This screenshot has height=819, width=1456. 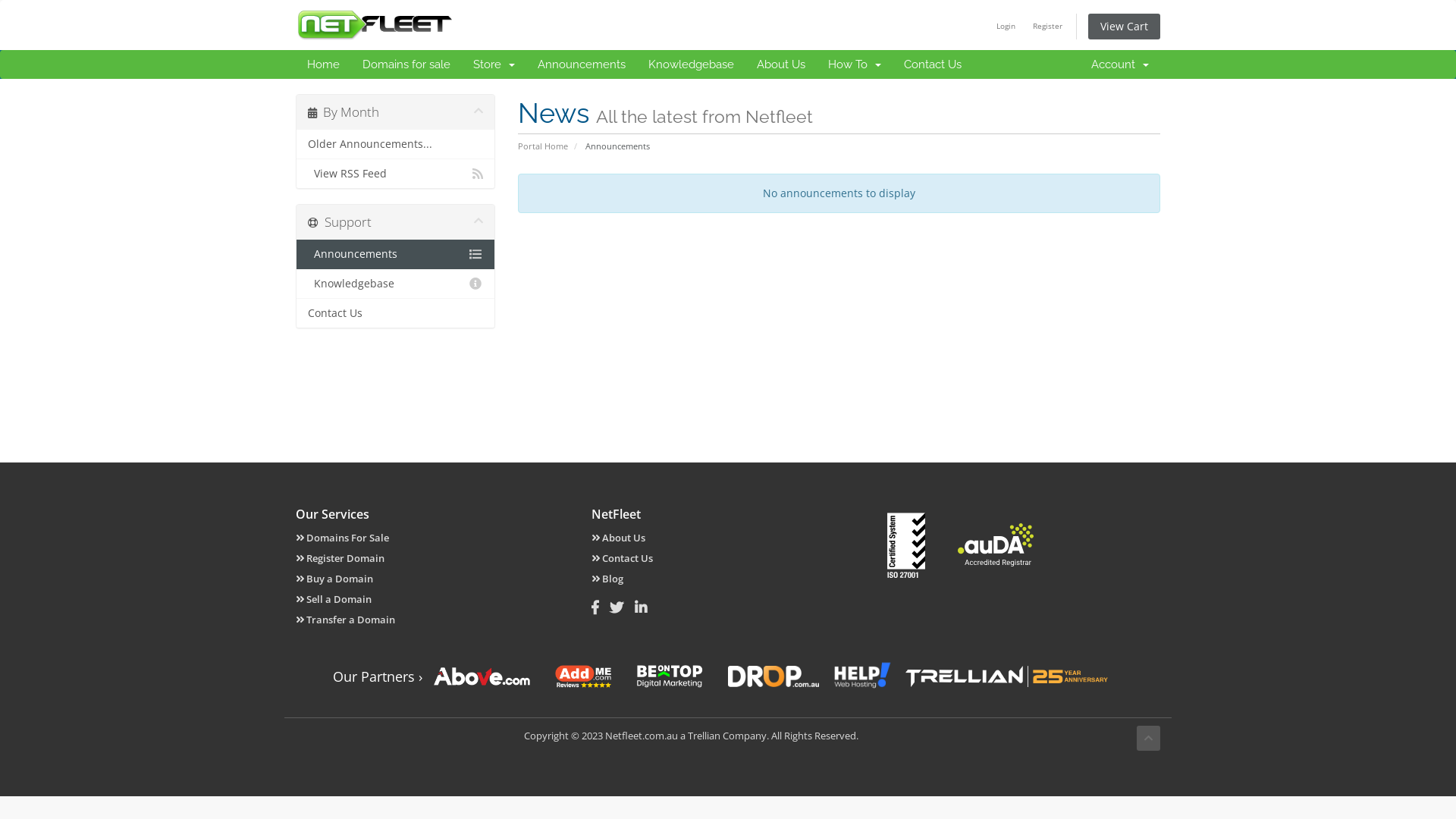 What do you see at coordinates (855, 63) in the screenshot?
I see `'How To  '` at bounding box center [855, 63].